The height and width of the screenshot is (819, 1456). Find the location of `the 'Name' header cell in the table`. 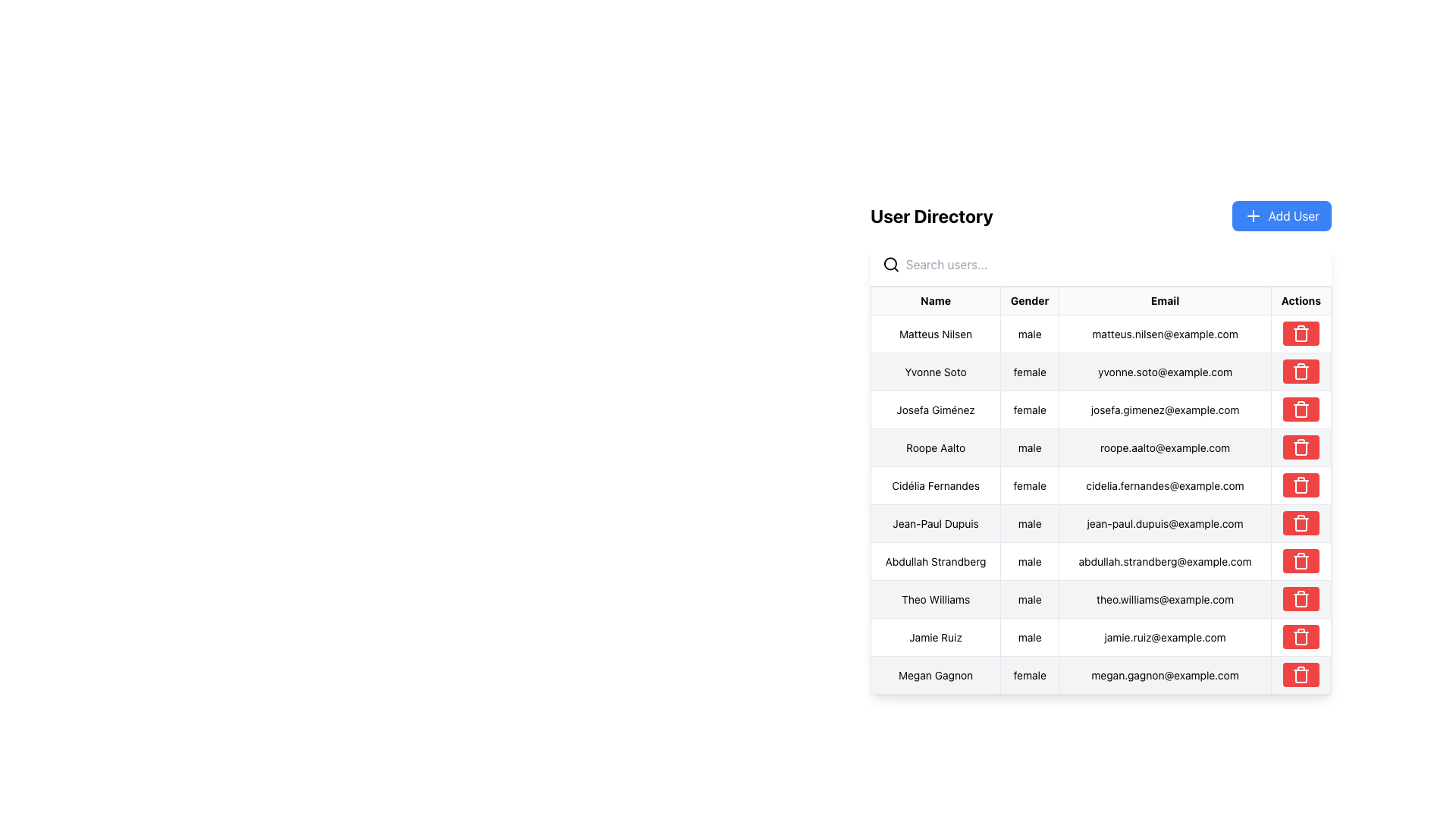

the 'Name' header cell in the table is located at coordinates (934, 301).